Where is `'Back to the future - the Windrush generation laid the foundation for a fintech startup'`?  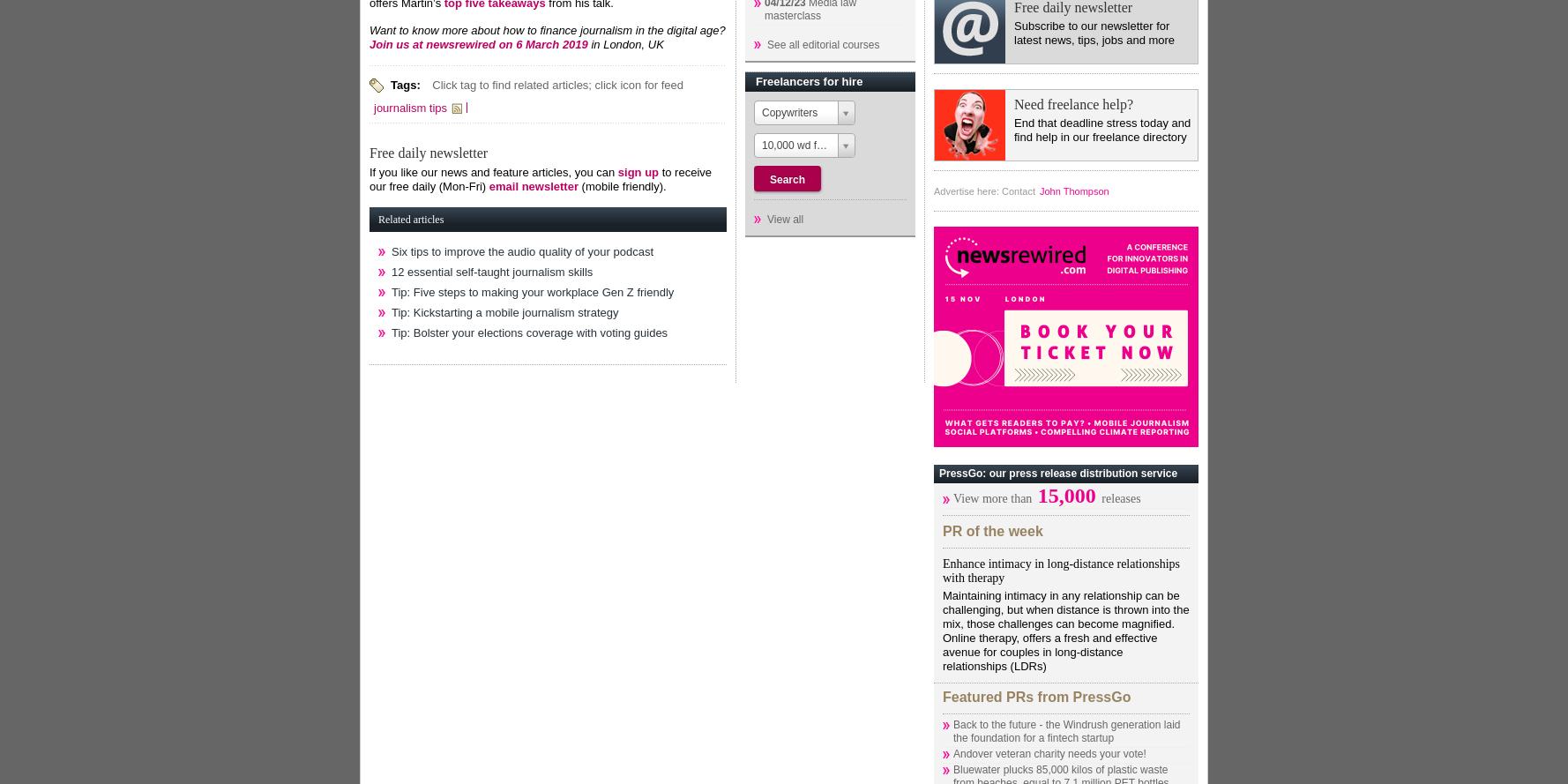
'Back to the future - the Windrush generation laid the foundation for a fintech startup' is located at coordinates (1065, 730).